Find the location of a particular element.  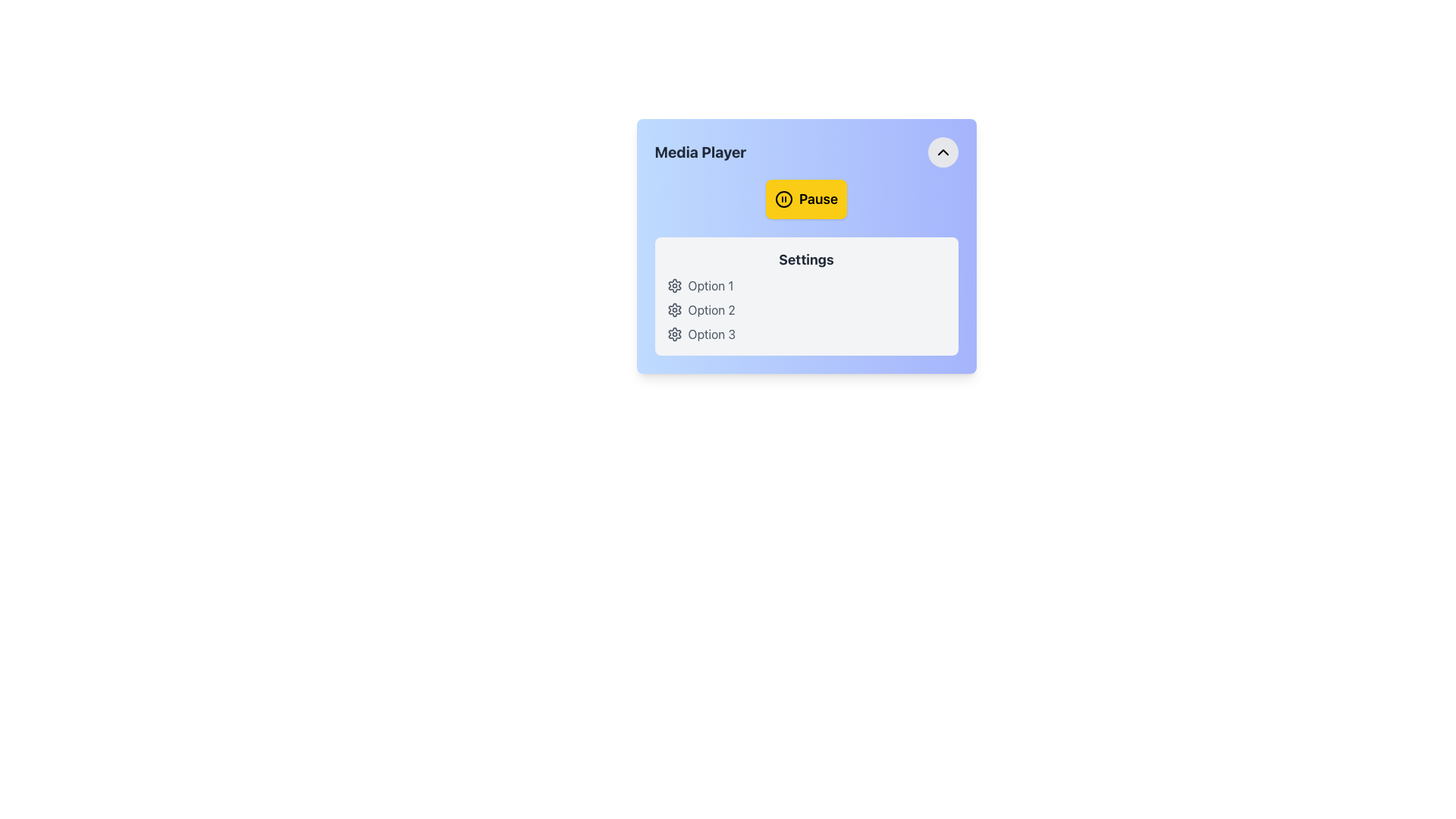

the pause button located centrally beneath the 'Media Player' heading is located at coordinates (805, 198).